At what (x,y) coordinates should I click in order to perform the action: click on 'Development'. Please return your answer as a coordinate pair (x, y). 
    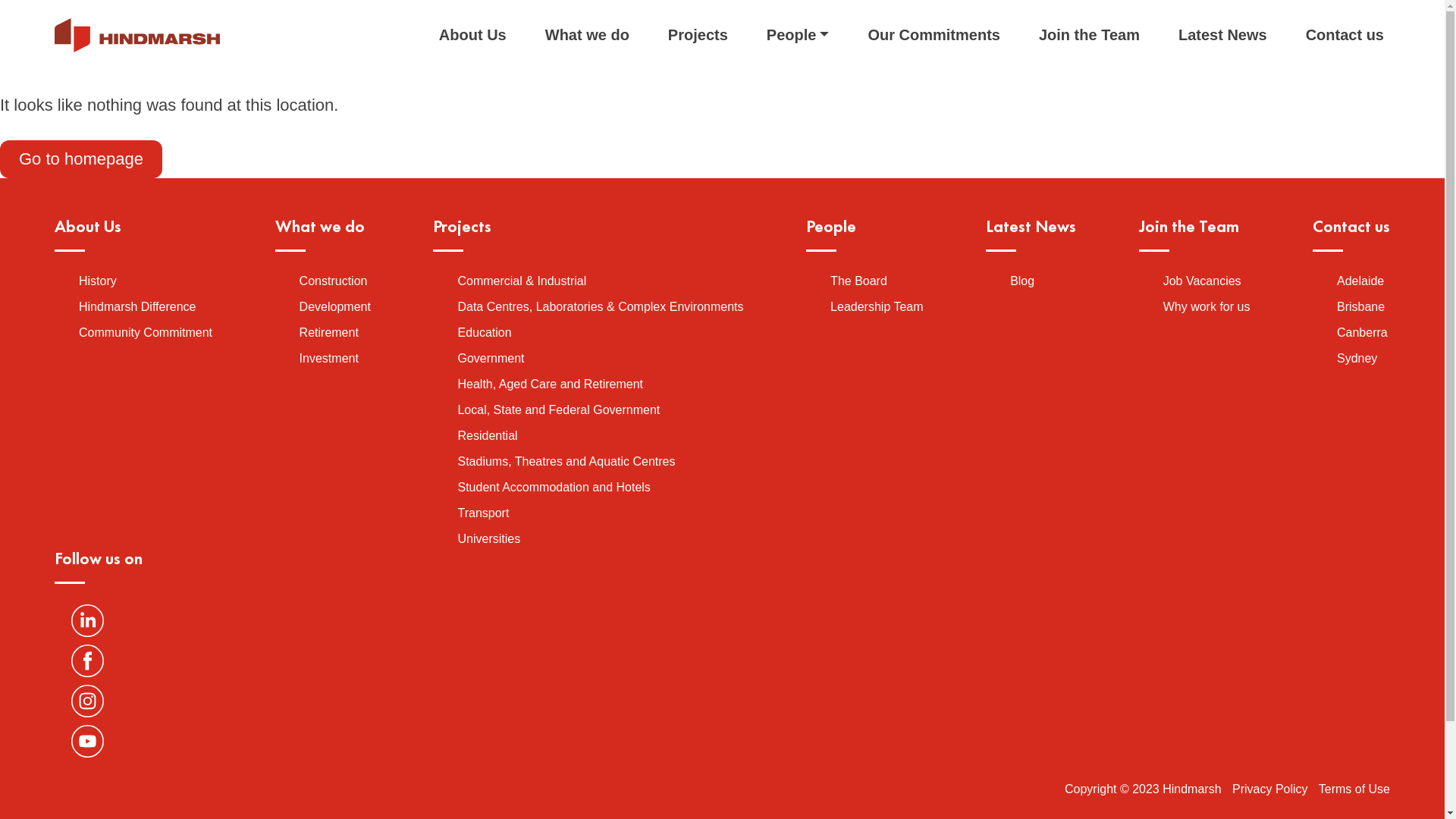
    Looking at the image, I should click on (334, 306).